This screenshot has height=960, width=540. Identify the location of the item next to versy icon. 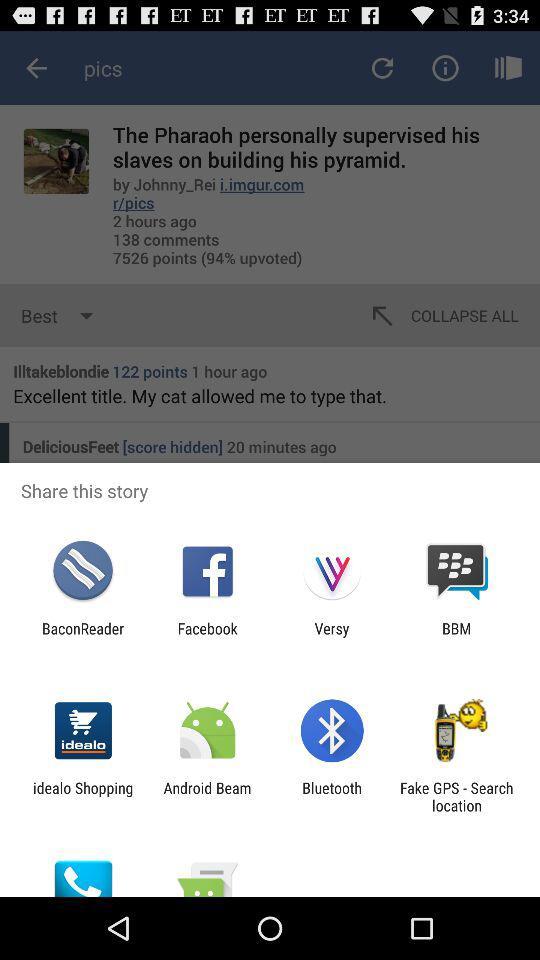
(206, 636).